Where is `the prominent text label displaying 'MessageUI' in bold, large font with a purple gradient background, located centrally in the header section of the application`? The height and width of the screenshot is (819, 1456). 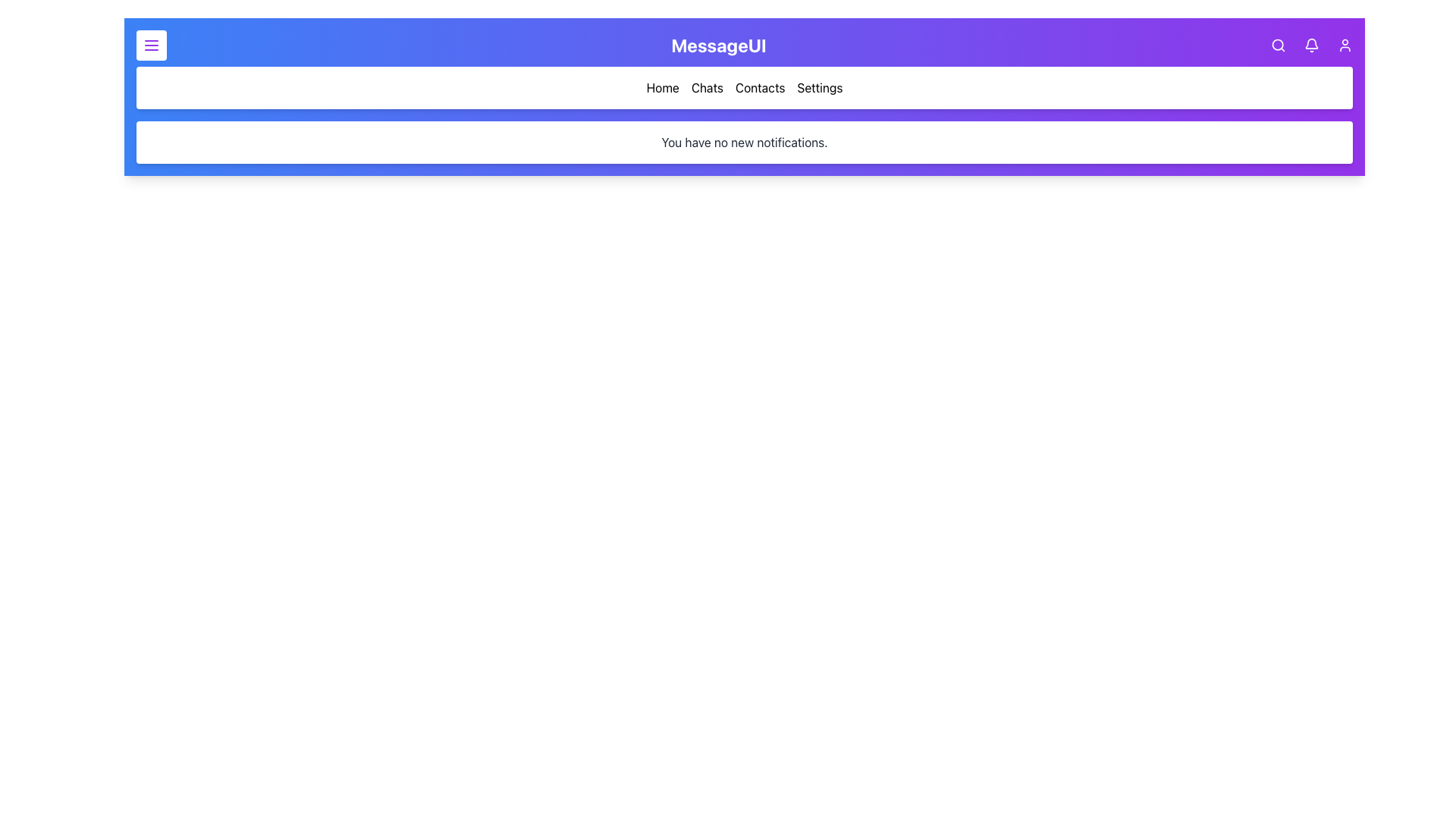 the prominent text label displaying 'MessageUI' in bold, large font with a purple gradient background, located centrally in the header section of the application is located at coordinates (717, 45).